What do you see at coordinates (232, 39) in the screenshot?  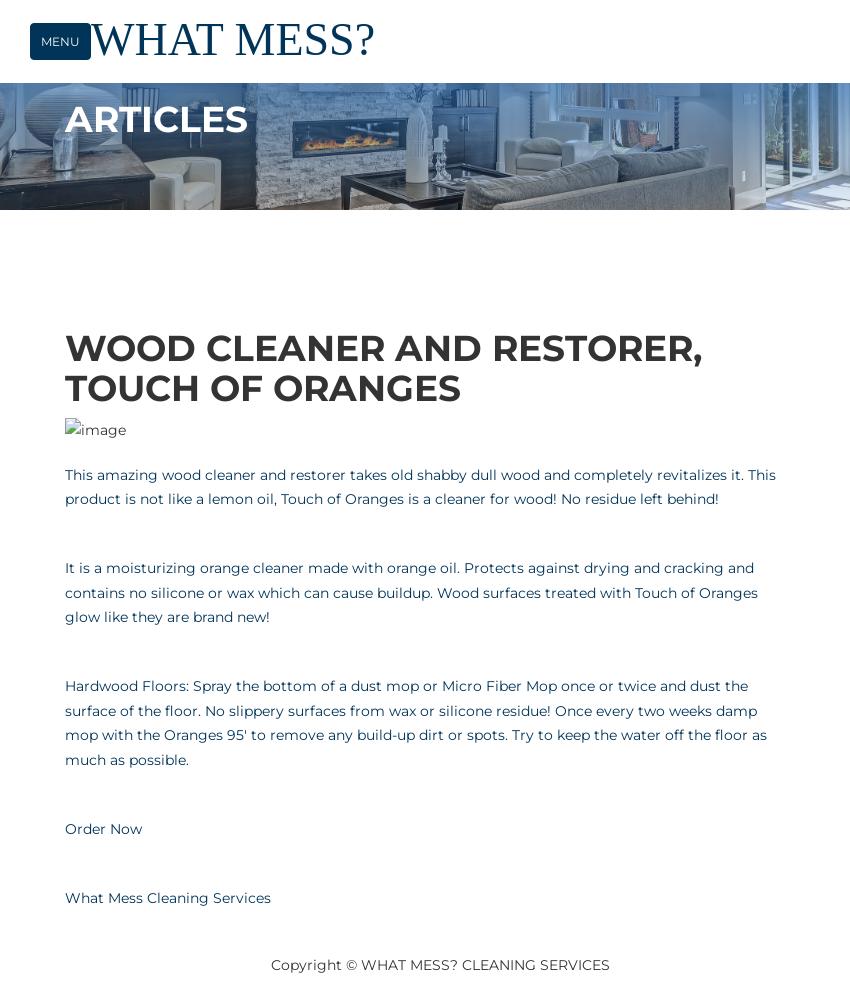 I see `'WHAT MESS?'` at bounding box center [232, 39].